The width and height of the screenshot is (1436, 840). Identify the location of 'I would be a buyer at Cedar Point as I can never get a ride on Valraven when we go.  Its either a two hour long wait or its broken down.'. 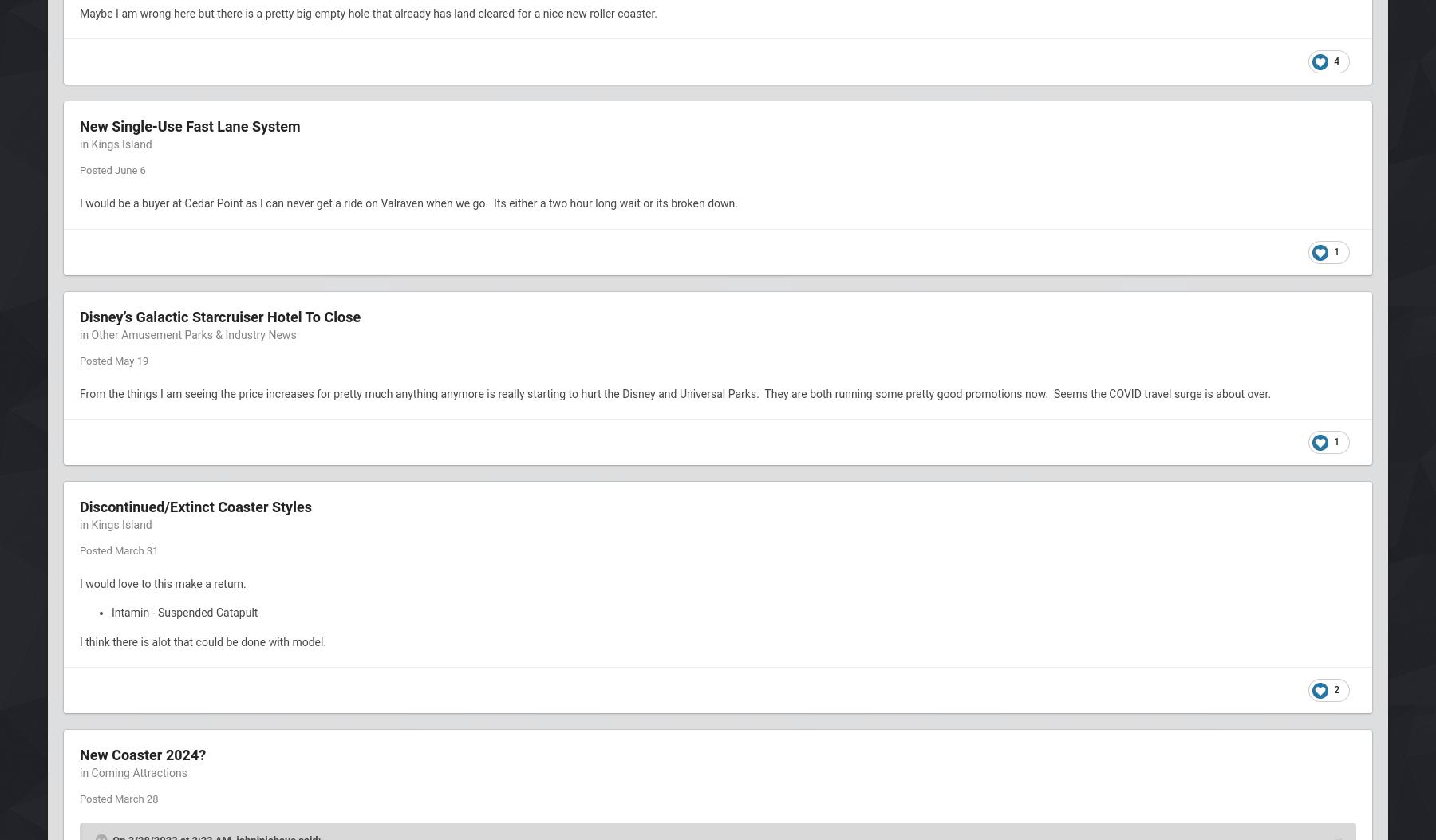
(410, 203).